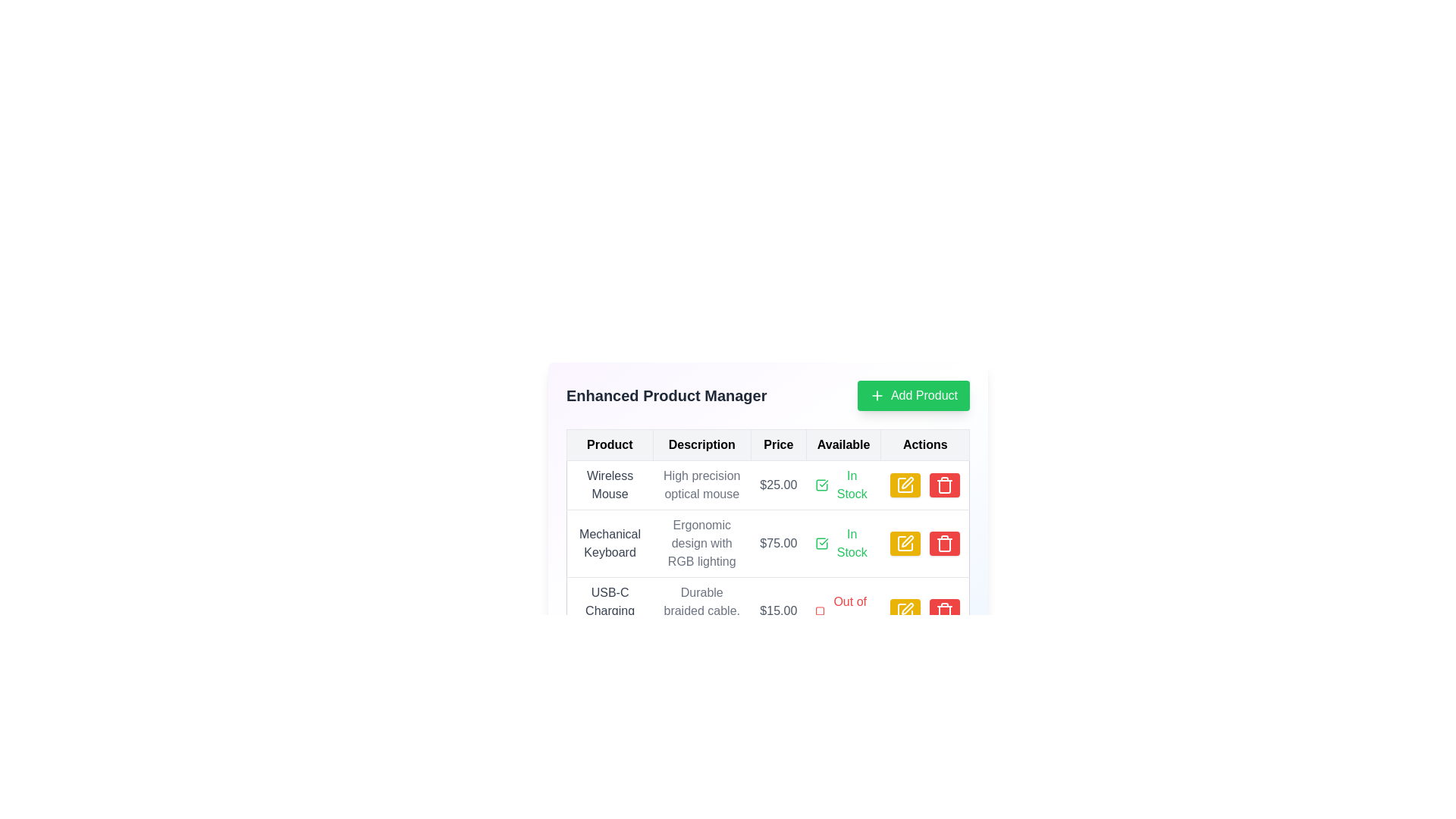  Describe the element at coordinates (610, 444) in the screenshot. I see `the 'Product' column header in the table, which is the first cell in the row of headers at the top, positioned to the far left of the other headers like 'Description', 'Price', 'Available', and 'Actions'` at that location.